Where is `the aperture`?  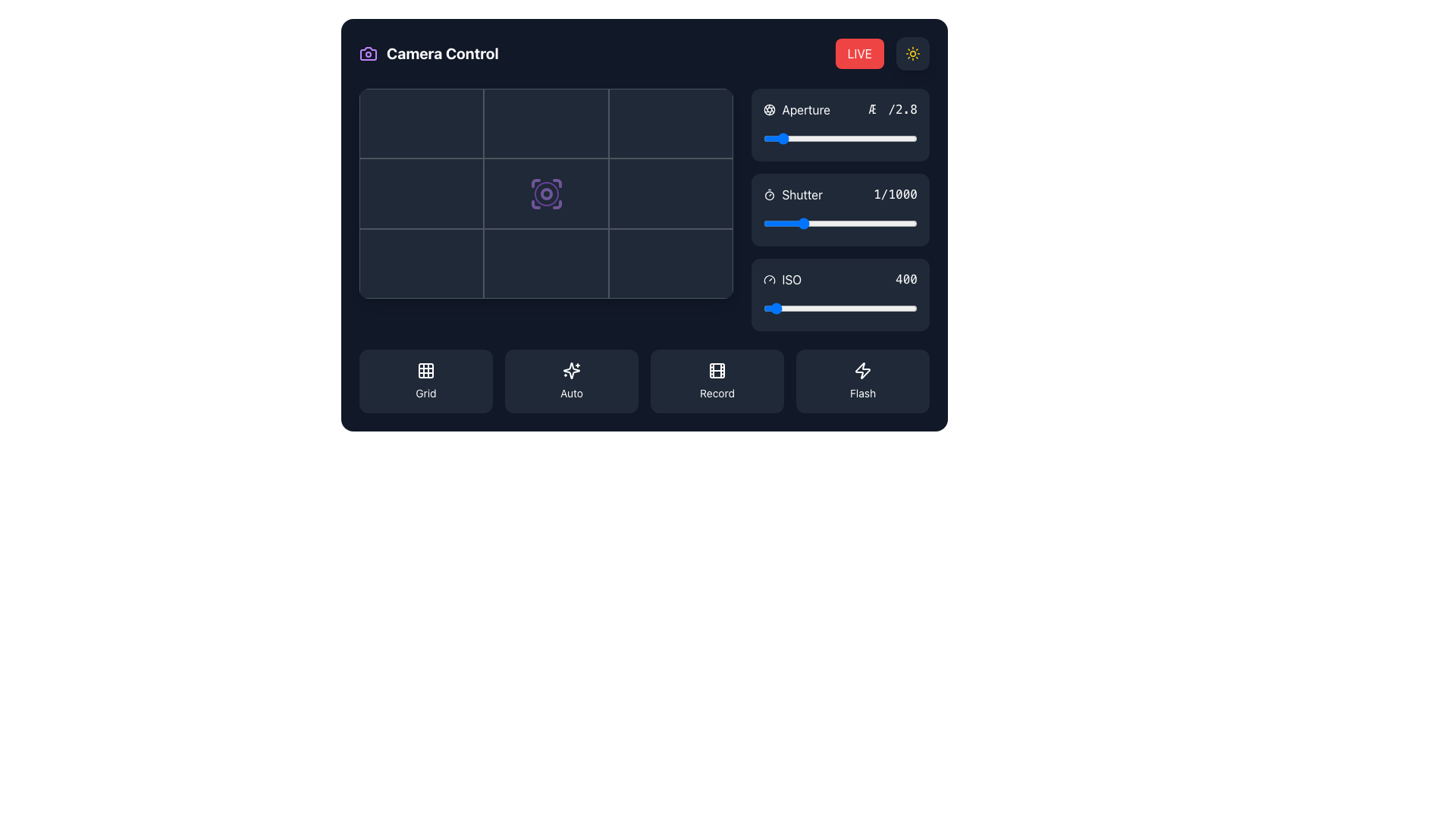 the aperture is located at coordinates (875, 138).